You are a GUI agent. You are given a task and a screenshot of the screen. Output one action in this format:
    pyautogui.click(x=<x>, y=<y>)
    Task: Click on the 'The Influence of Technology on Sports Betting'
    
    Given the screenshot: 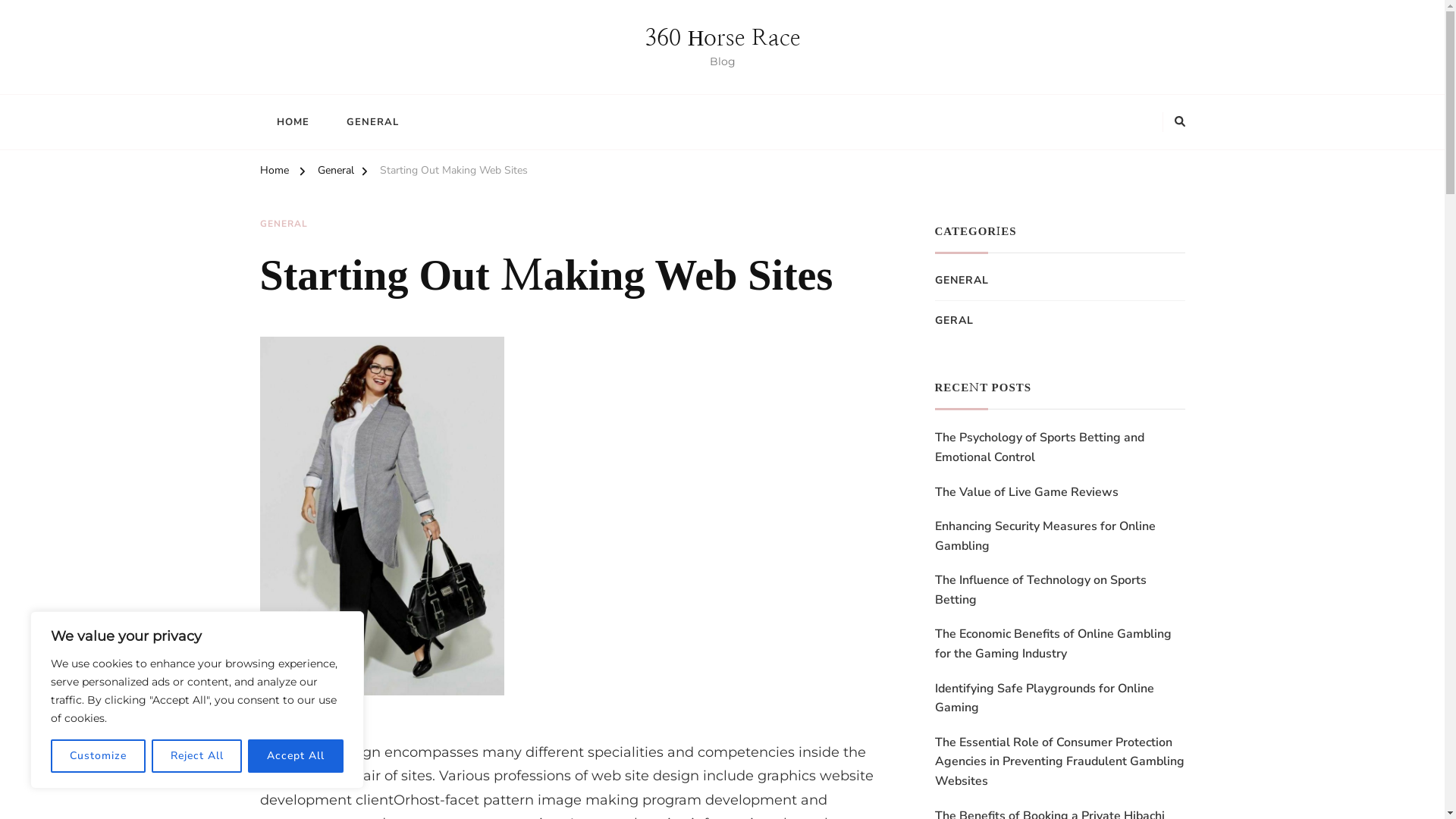 What is the action you would take?
    pyautogui.click(x=934, y=589)
    